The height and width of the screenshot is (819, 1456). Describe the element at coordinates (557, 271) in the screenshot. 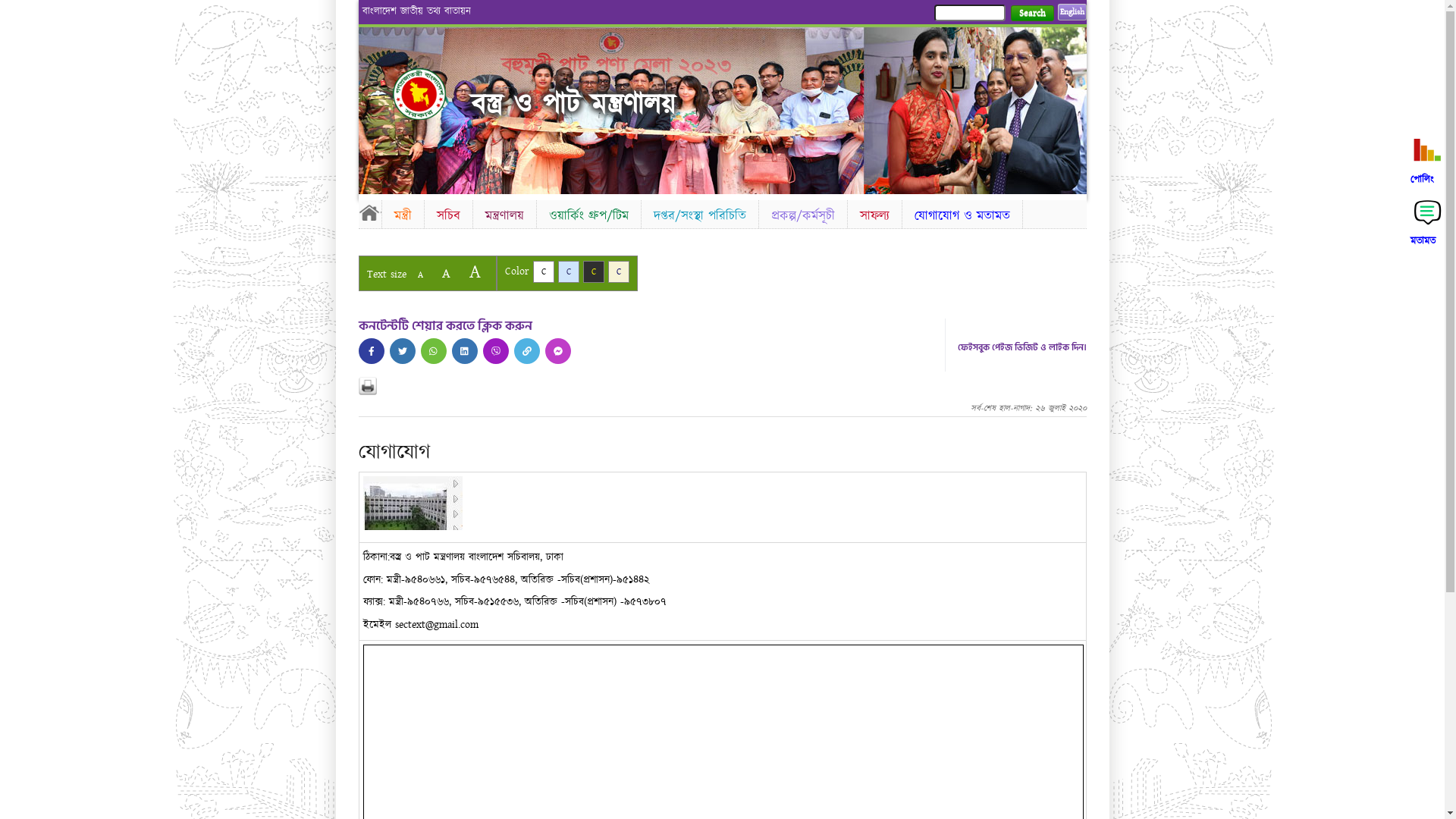

I see `'C'` at that location.